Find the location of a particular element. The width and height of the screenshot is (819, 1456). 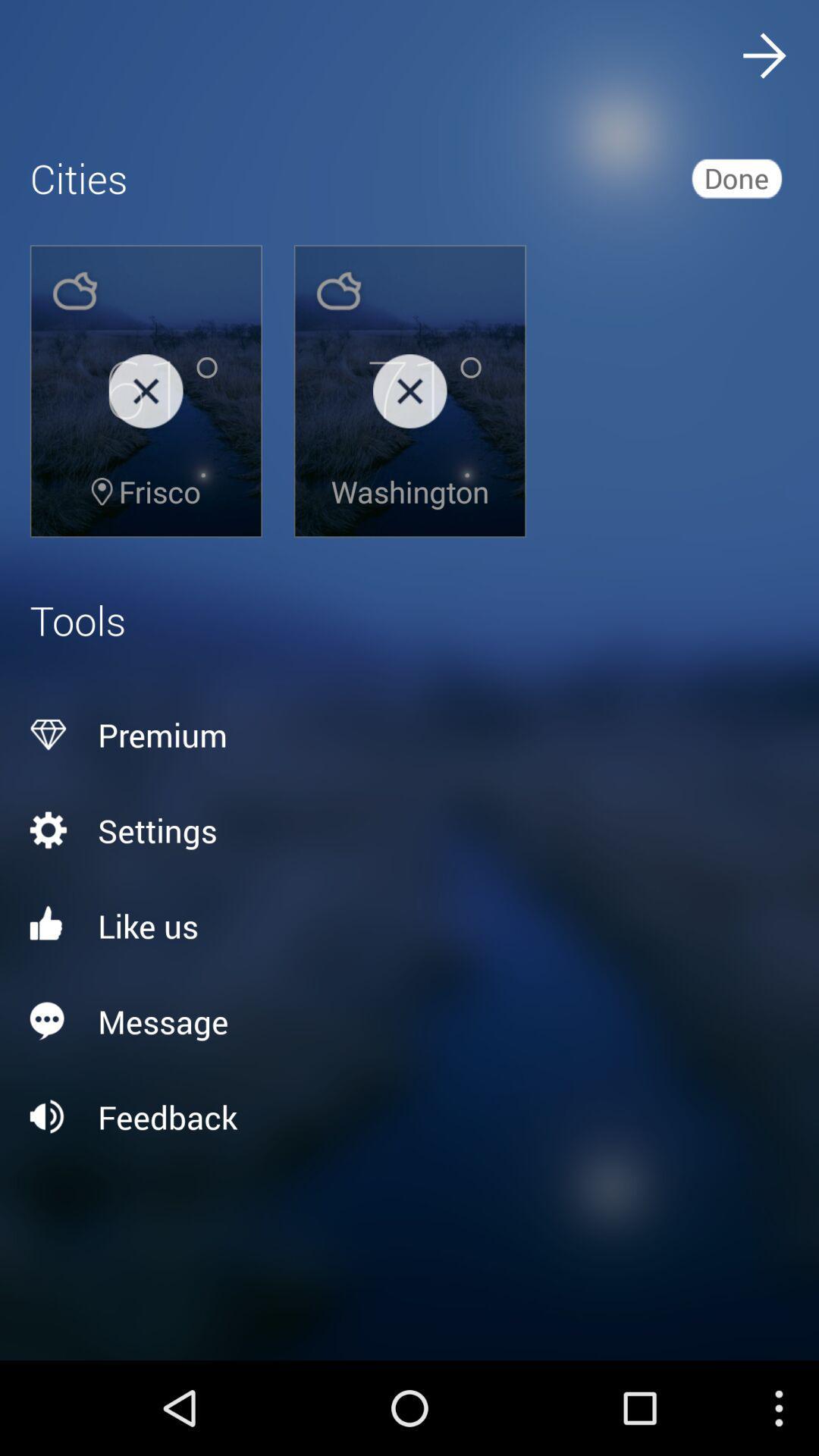

settings icon is located at coordinates (409, 829).